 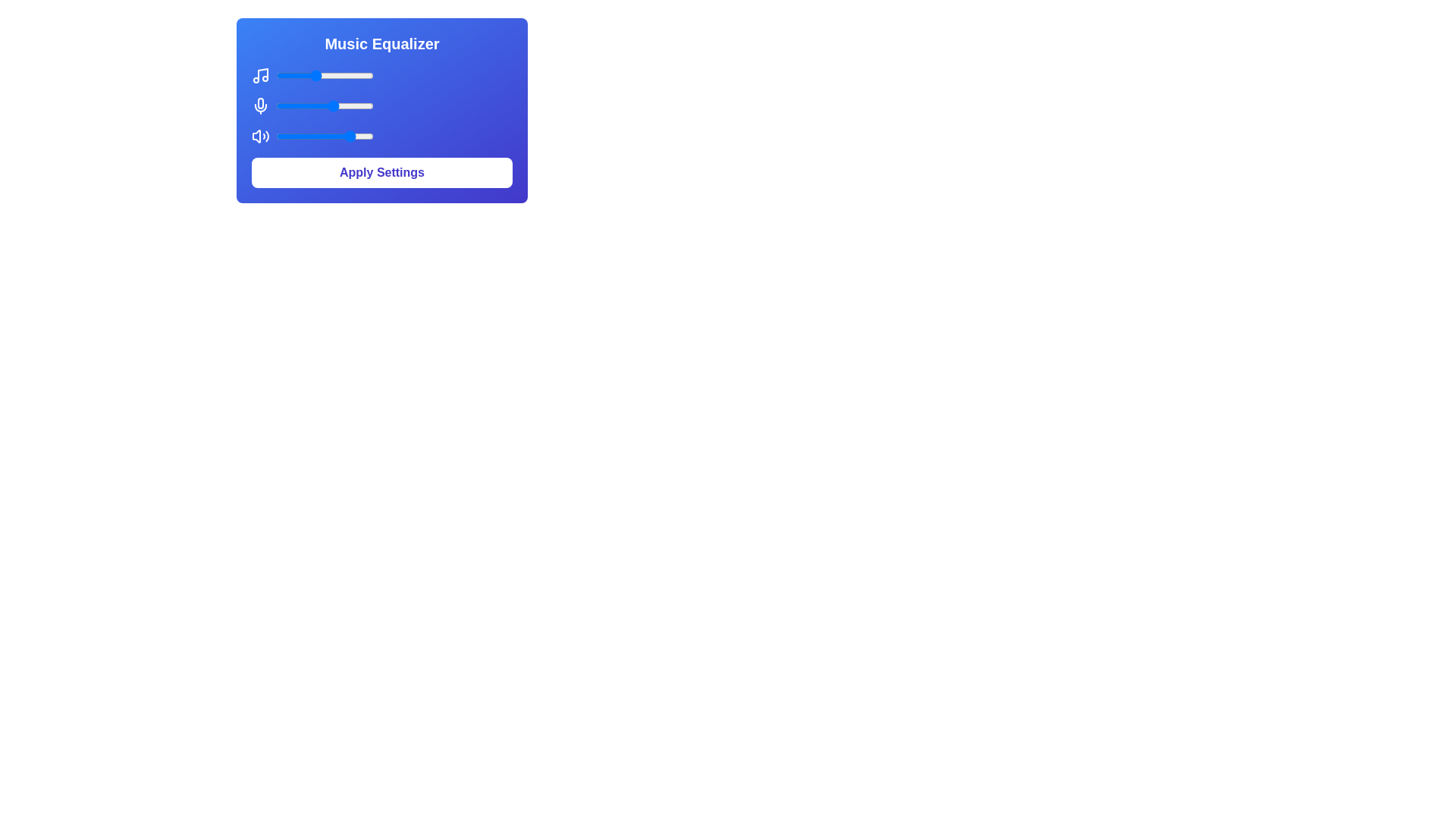 I want to click on the microphone icon, which is the second icon in a vertical stack of three icons within the card, positioned below the musical note icon and above the speaker icon, so click(x=261, y=102).